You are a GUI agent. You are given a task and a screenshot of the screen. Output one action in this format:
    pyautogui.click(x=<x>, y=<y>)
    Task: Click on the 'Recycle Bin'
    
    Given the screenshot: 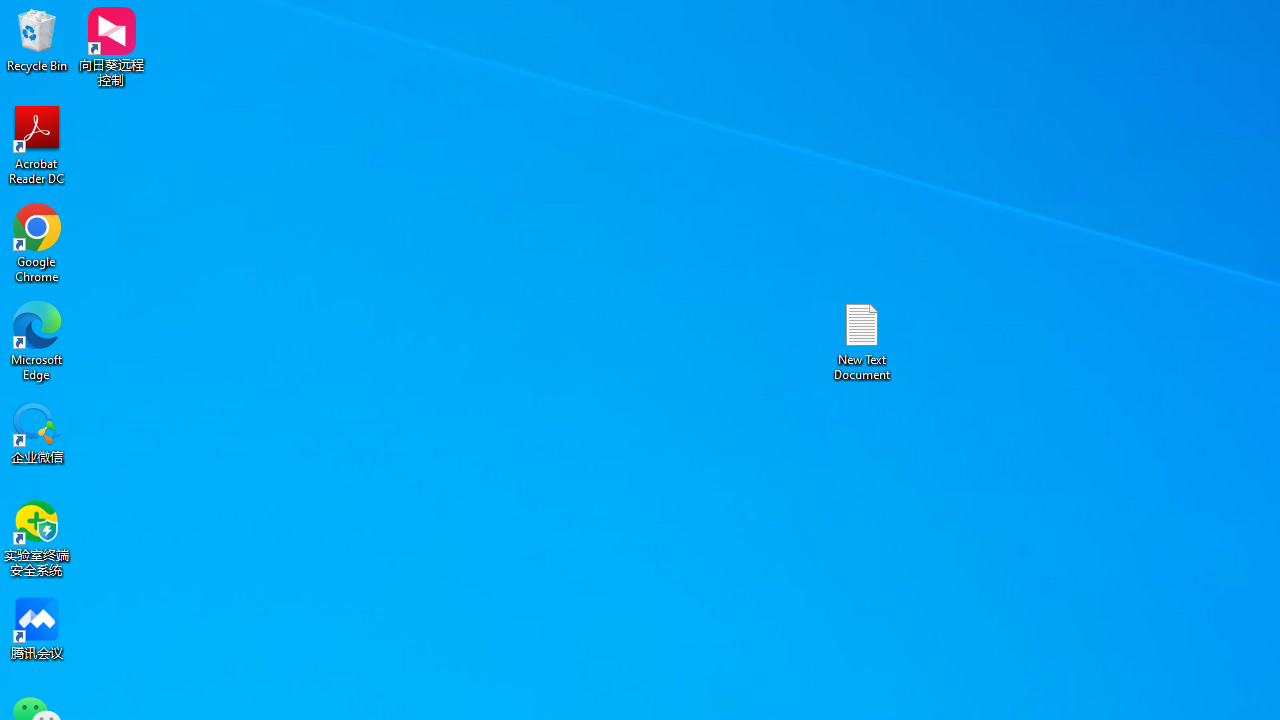 What is the action you would take?
    pyautogui.click(x=37, y=39)
    